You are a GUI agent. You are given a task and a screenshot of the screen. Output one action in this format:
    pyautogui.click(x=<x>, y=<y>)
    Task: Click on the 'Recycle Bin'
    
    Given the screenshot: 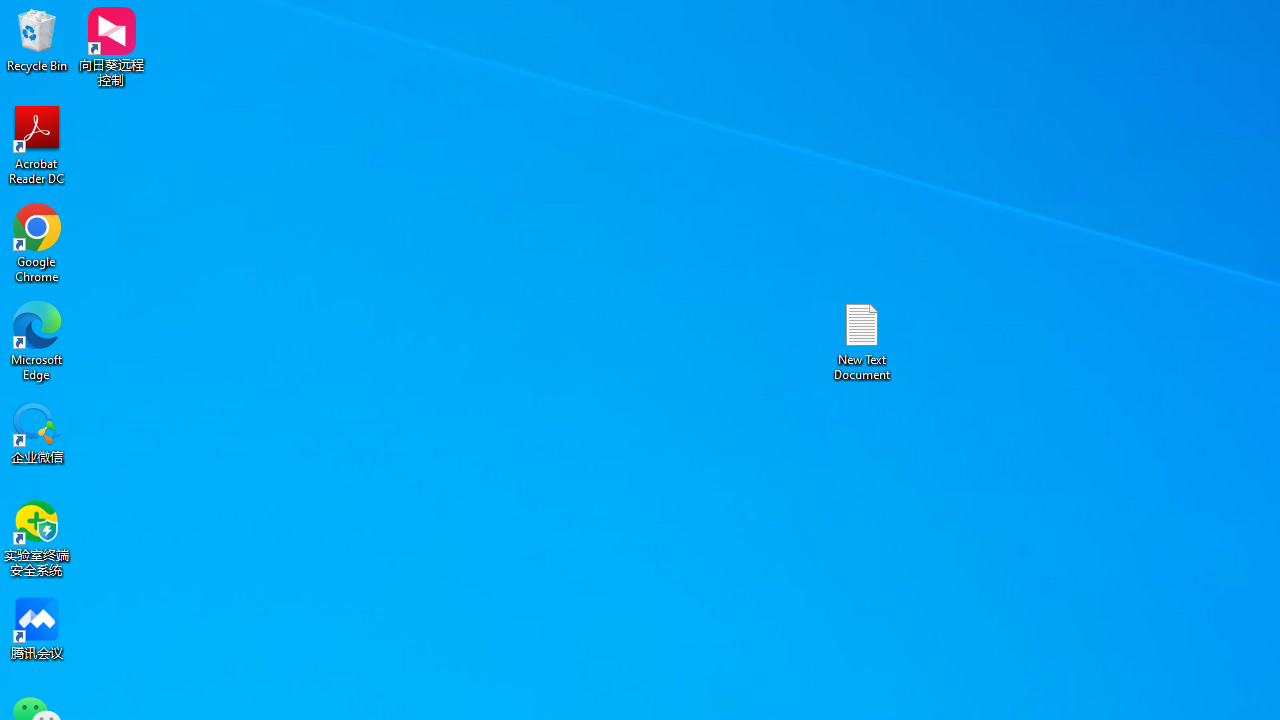 What is the action you would take?
    pyautogui.click(x=37, y=39)
    